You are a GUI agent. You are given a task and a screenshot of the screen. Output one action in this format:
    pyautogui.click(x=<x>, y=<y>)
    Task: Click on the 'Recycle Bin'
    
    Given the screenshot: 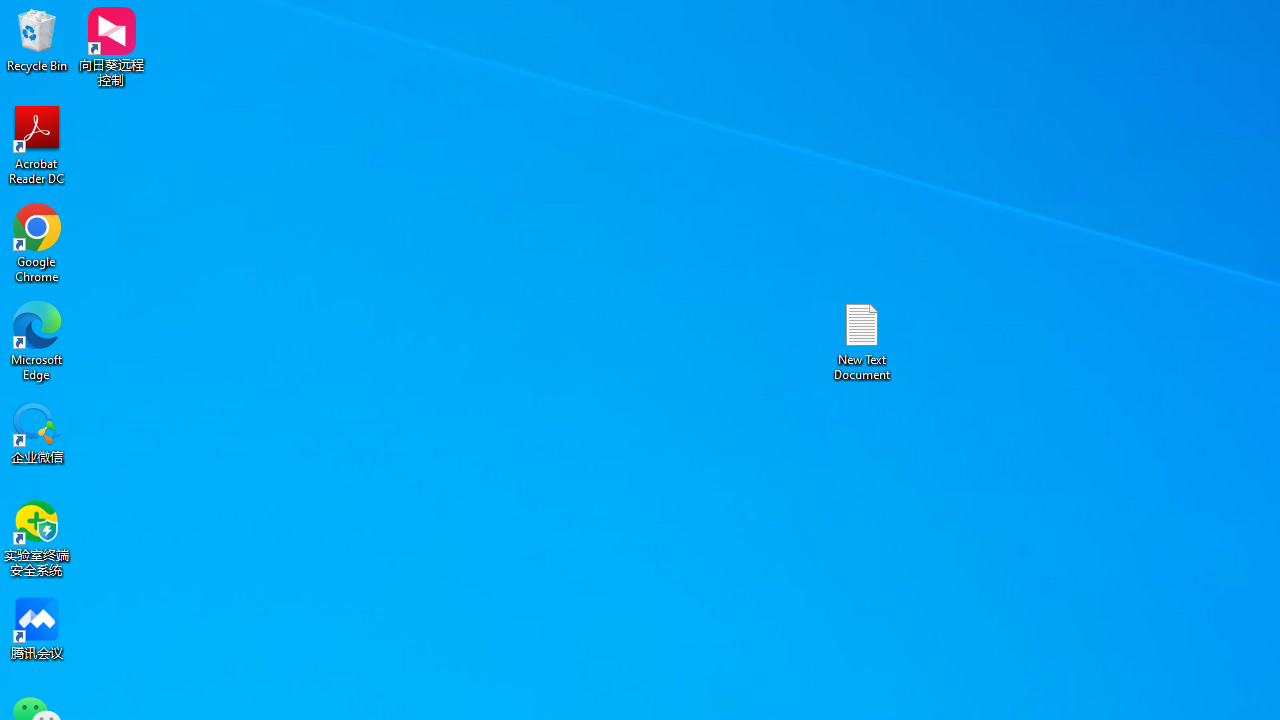 What is the action you would take?
    pyautogui.click(x=37, y=39)
    